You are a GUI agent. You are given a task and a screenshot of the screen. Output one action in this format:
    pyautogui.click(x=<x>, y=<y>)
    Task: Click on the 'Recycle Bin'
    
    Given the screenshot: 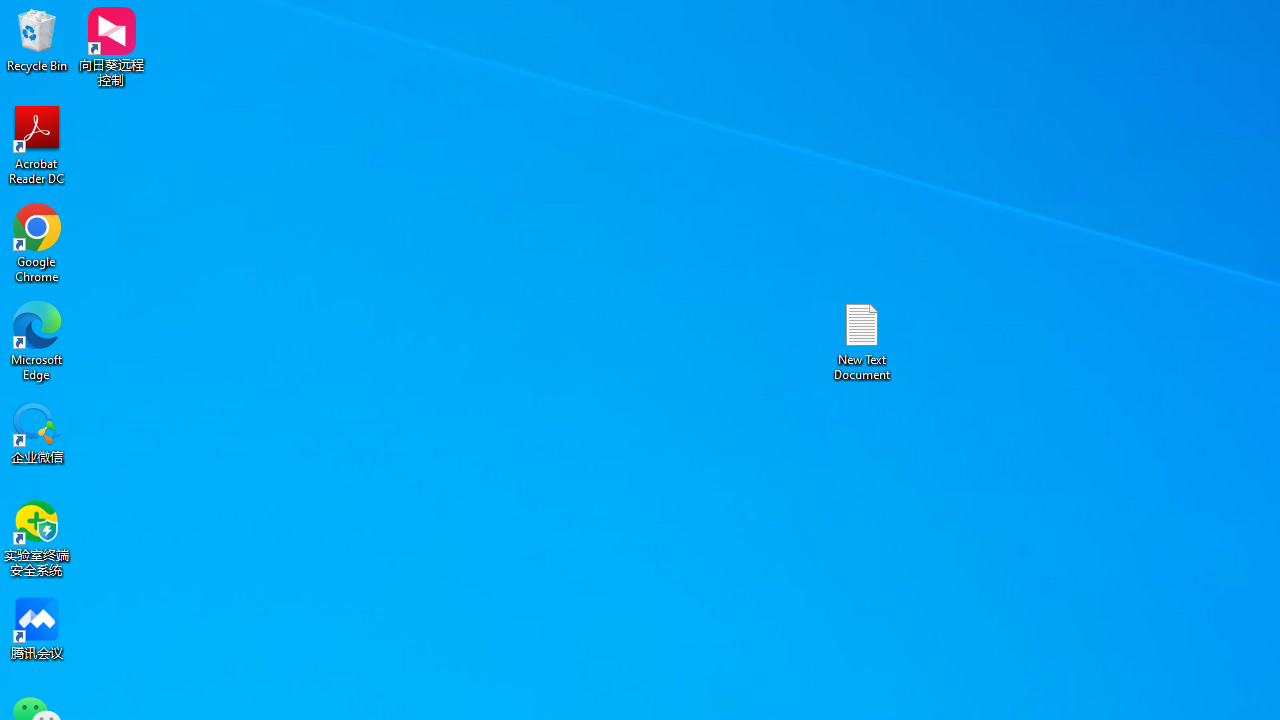 What is the action you would take?
    pyautogui.click(x=37, y=39)
    